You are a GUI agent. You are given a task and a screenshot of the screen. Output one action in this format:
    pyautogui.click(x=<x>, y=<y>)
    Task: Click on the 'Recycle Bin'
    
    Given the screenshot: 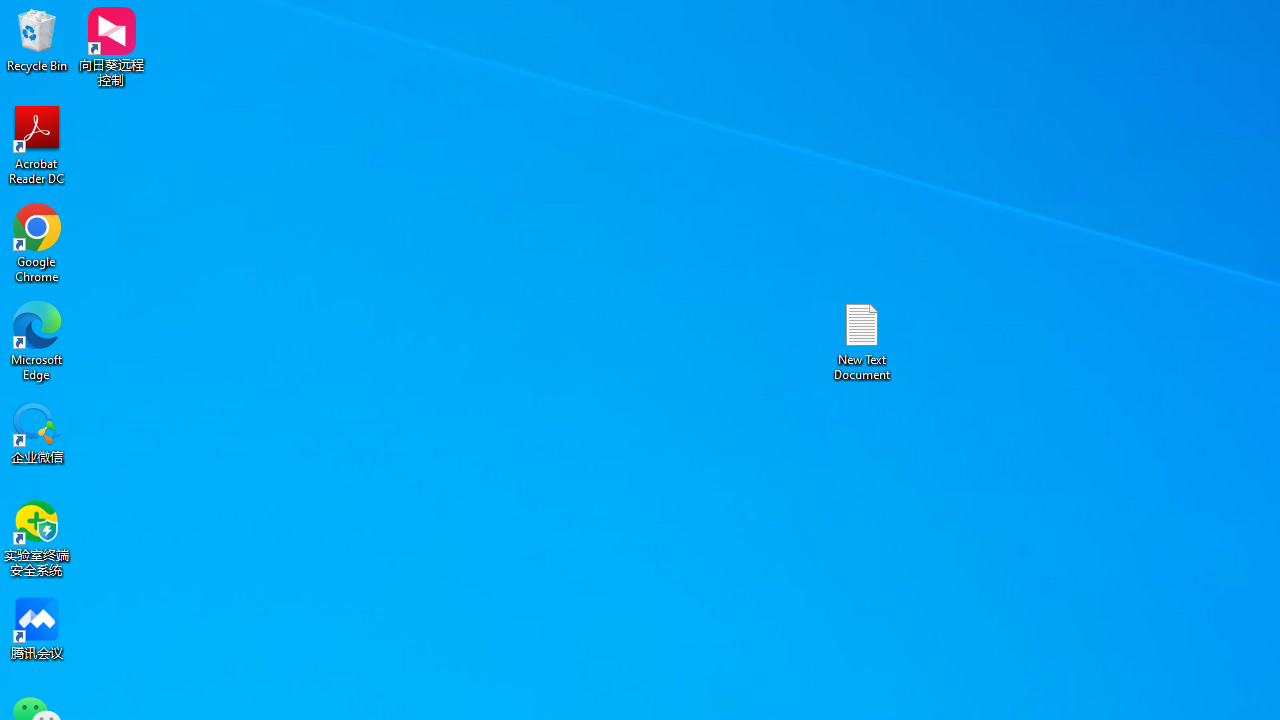 What is the action you would take?
    pyautogui.click(x=37, y=39)
    